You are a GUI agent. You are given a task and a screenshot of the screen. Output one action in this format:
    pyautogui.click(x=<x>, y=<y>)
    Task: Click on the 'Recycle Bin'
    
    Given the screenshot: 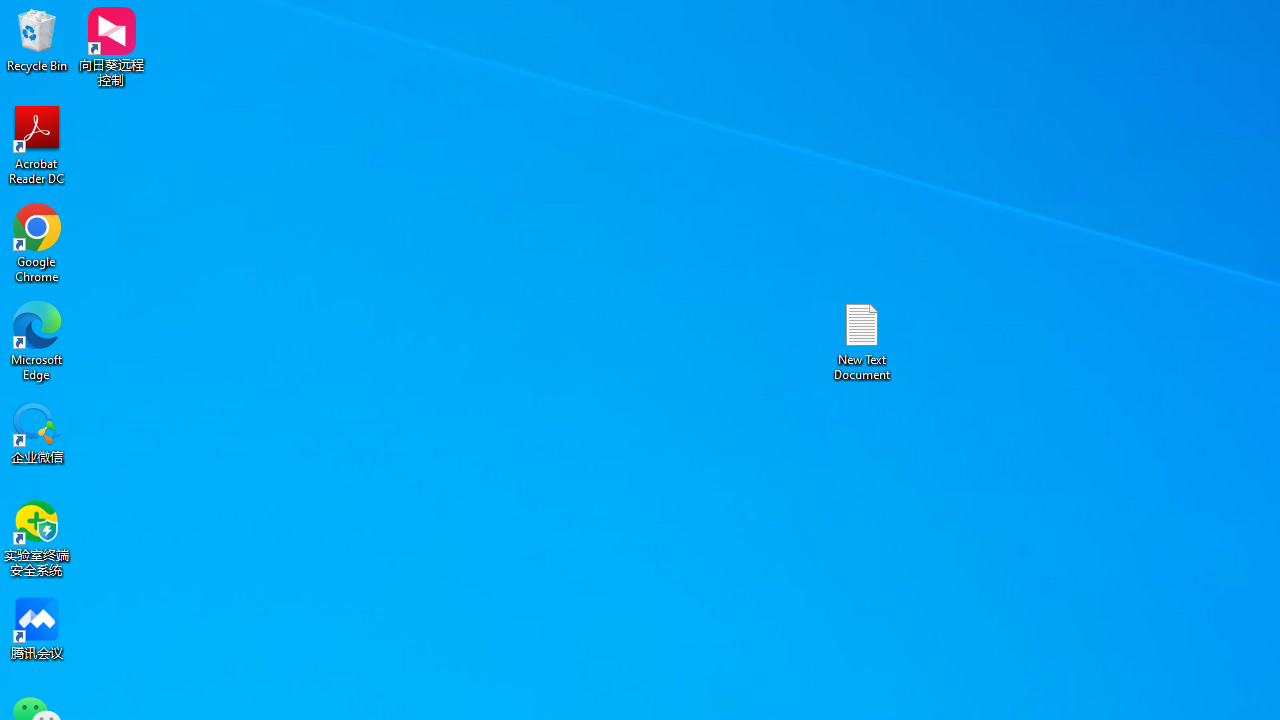 What is the action you would take?
    pyautogui.click(x=37, y=39)
    